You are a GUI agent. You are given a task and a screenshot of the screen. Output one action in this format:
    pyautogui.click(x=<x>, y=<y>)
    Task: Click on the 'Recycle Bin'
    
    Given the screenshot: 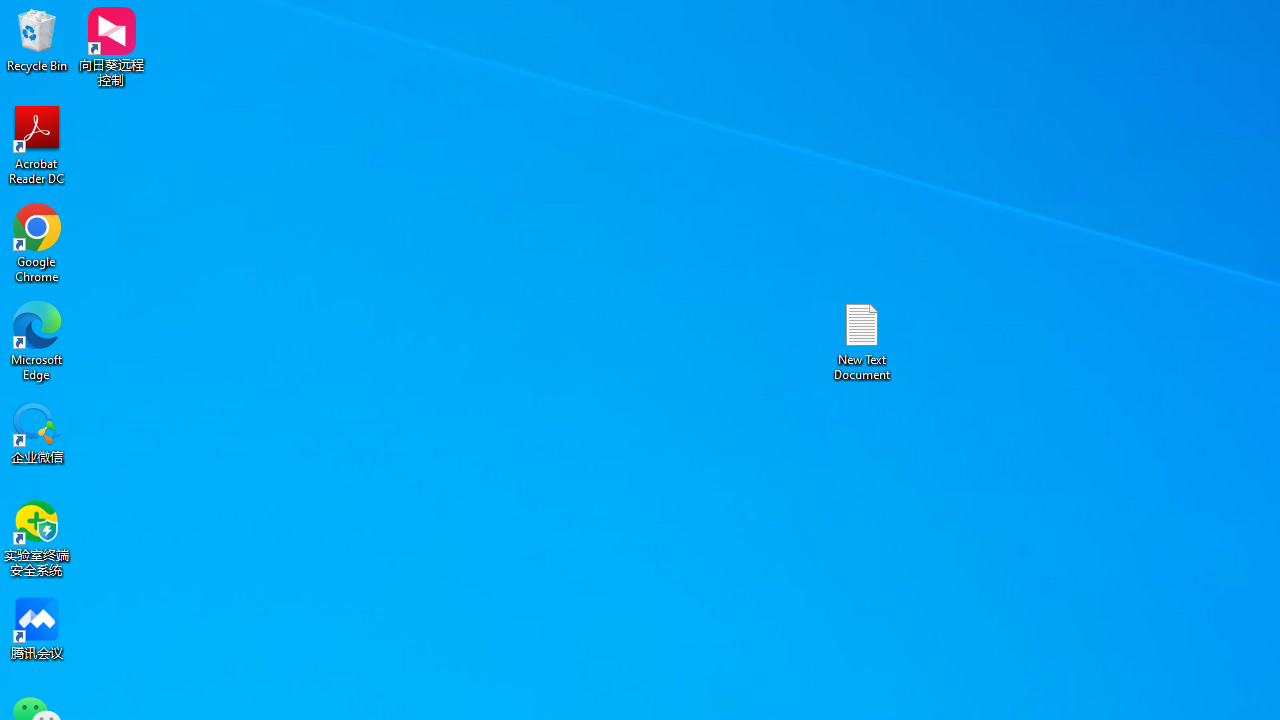 What is the action you would take?
    pyautogui.click(x=37, y=39)
    